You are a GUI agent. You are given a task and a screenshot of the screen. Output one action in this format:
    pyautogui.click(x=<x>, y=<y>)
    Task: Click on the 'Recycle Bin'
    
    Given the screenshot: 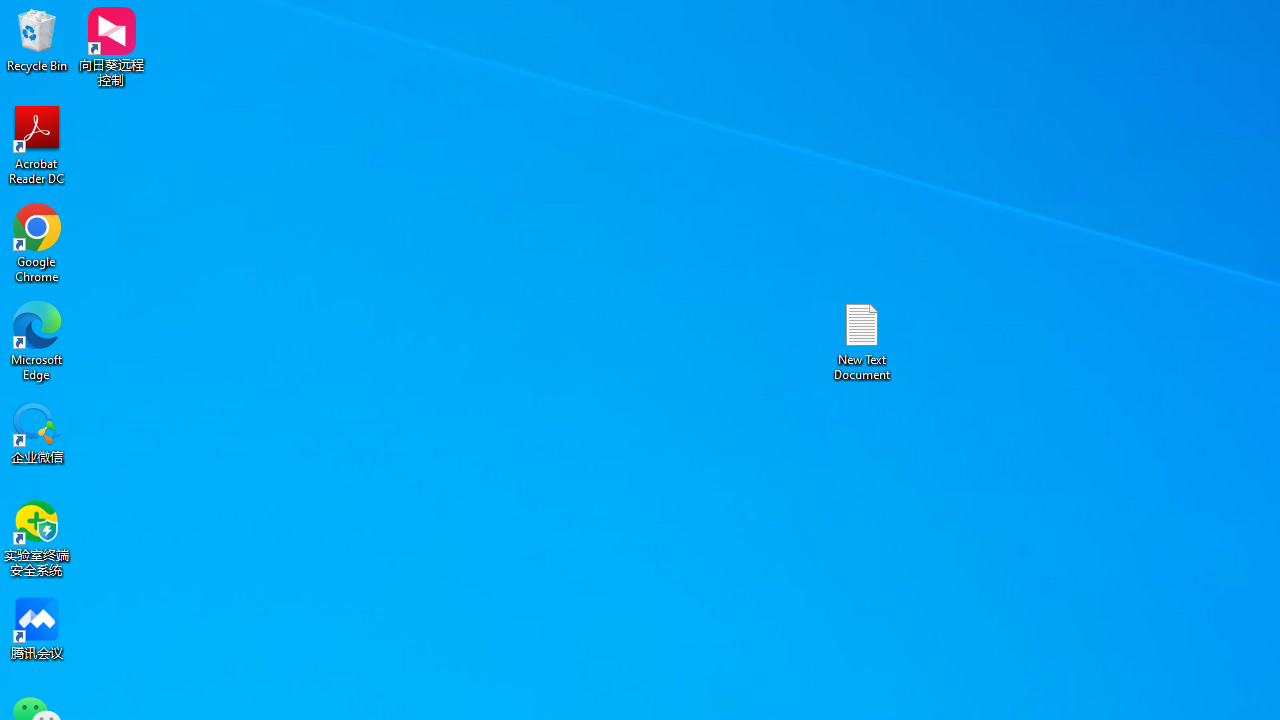 What is the action you would take?
    pyautogui.click(x=37, y=39)
    